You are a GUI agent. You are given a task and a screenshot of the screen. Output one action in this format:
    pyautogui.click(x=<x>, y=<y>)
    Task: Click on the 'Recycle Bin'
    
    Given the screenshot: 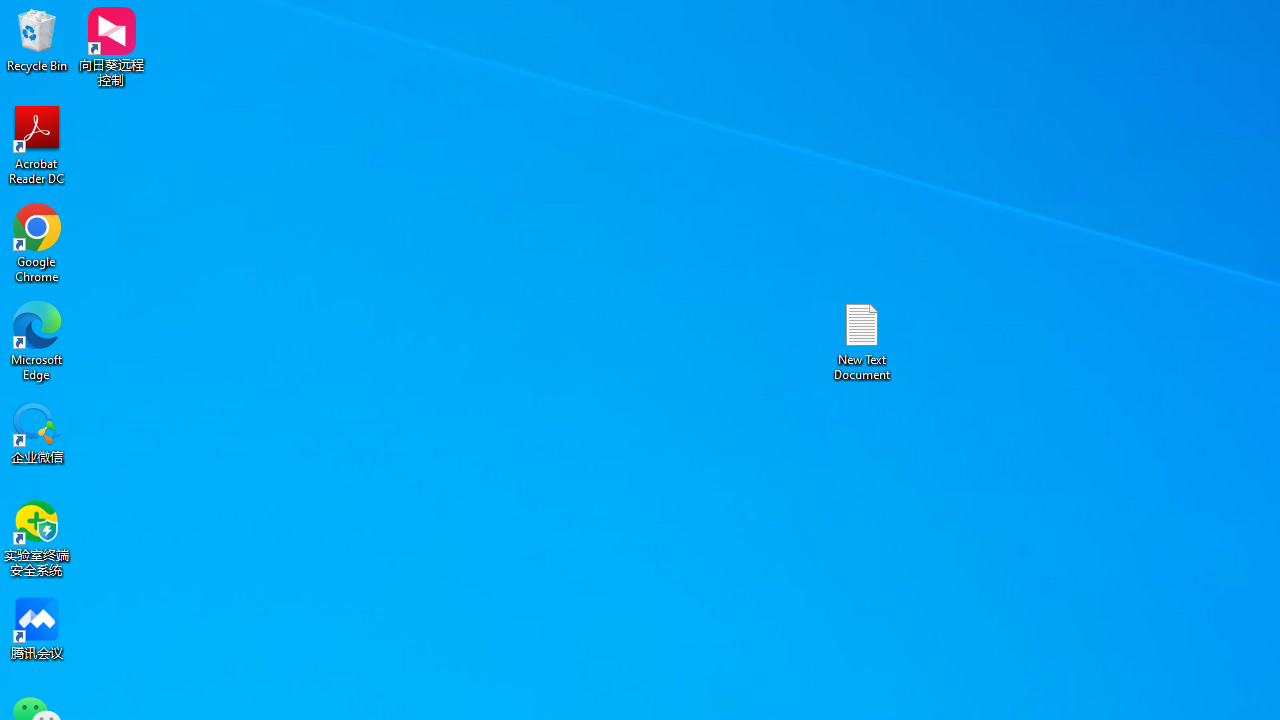 What is the action you would take?
    pyautogui.click(x=37, y=39)
    